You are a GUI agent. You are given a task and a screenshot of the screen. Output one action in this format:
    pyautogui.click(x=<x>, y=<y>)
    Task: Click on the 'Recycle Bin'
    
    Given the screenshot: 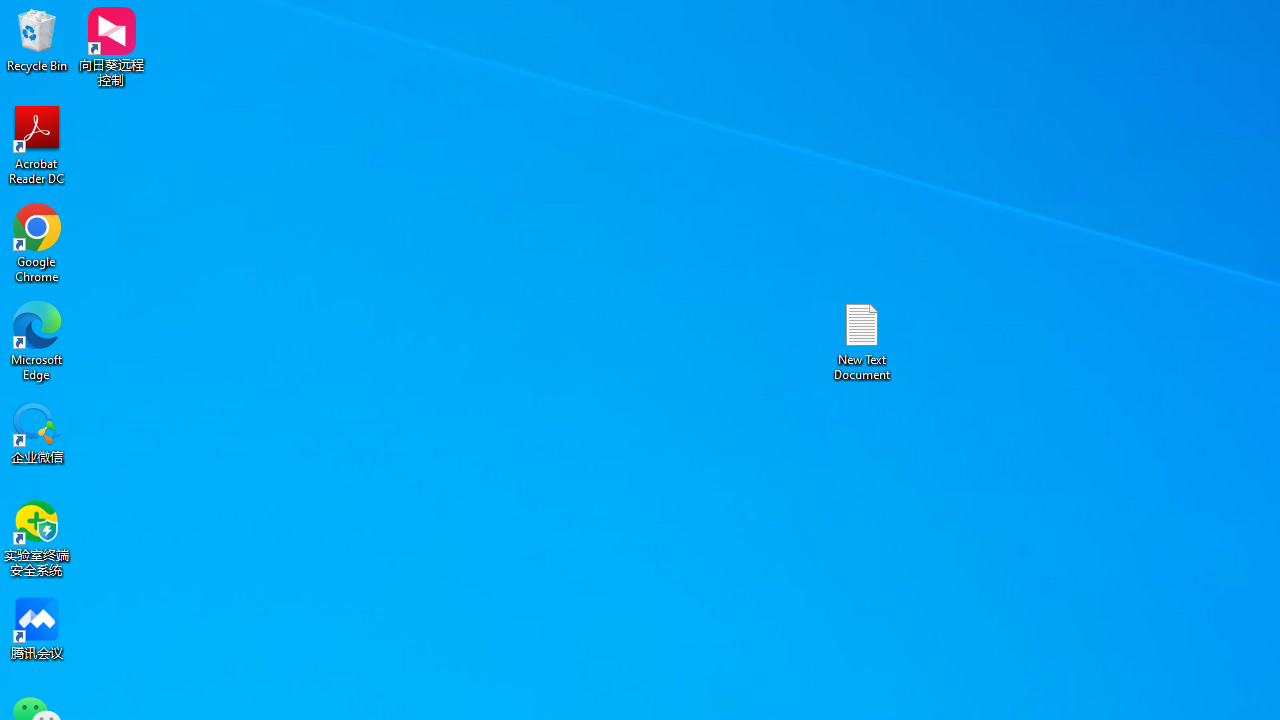 What is the action you would take?
    pyautogui.click(x=37, y=39)
    